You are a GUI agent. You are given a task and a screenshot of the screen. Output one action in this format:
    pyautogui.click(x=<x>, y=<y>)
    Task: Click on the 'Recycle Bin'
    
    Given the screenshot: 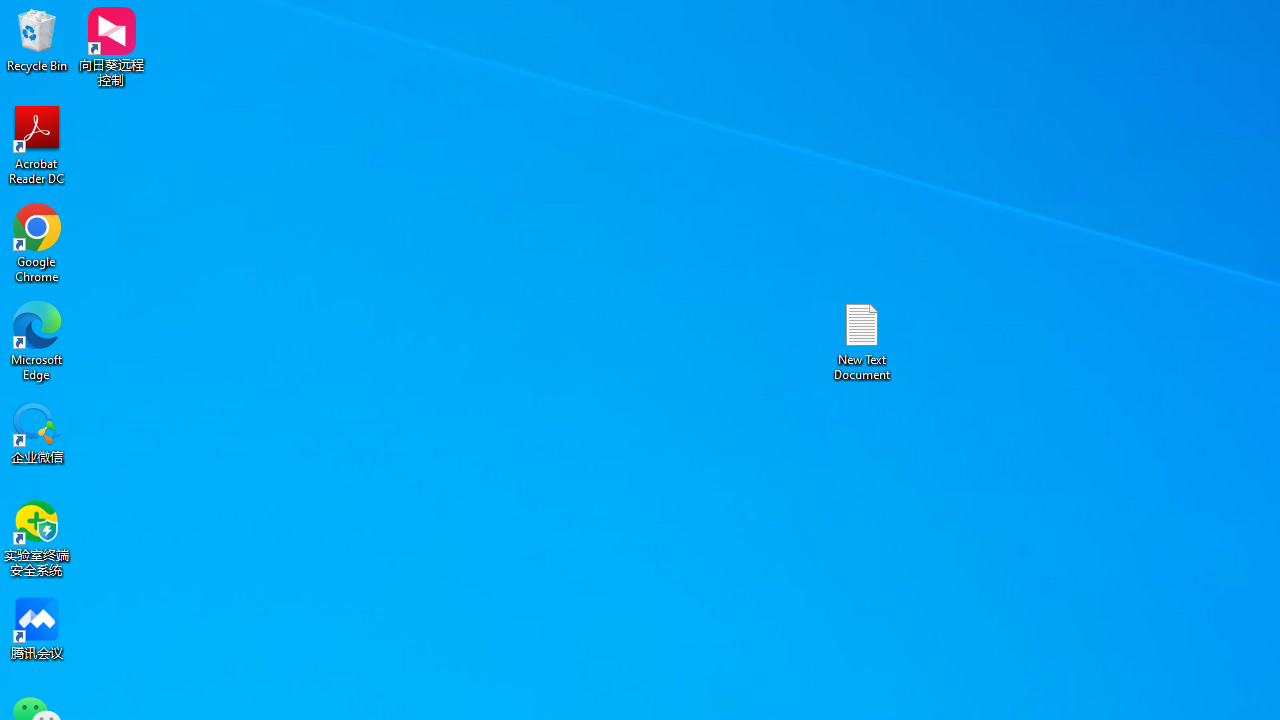 What is the action you would take?
    pyautogui.click(x=37, y=39)
    